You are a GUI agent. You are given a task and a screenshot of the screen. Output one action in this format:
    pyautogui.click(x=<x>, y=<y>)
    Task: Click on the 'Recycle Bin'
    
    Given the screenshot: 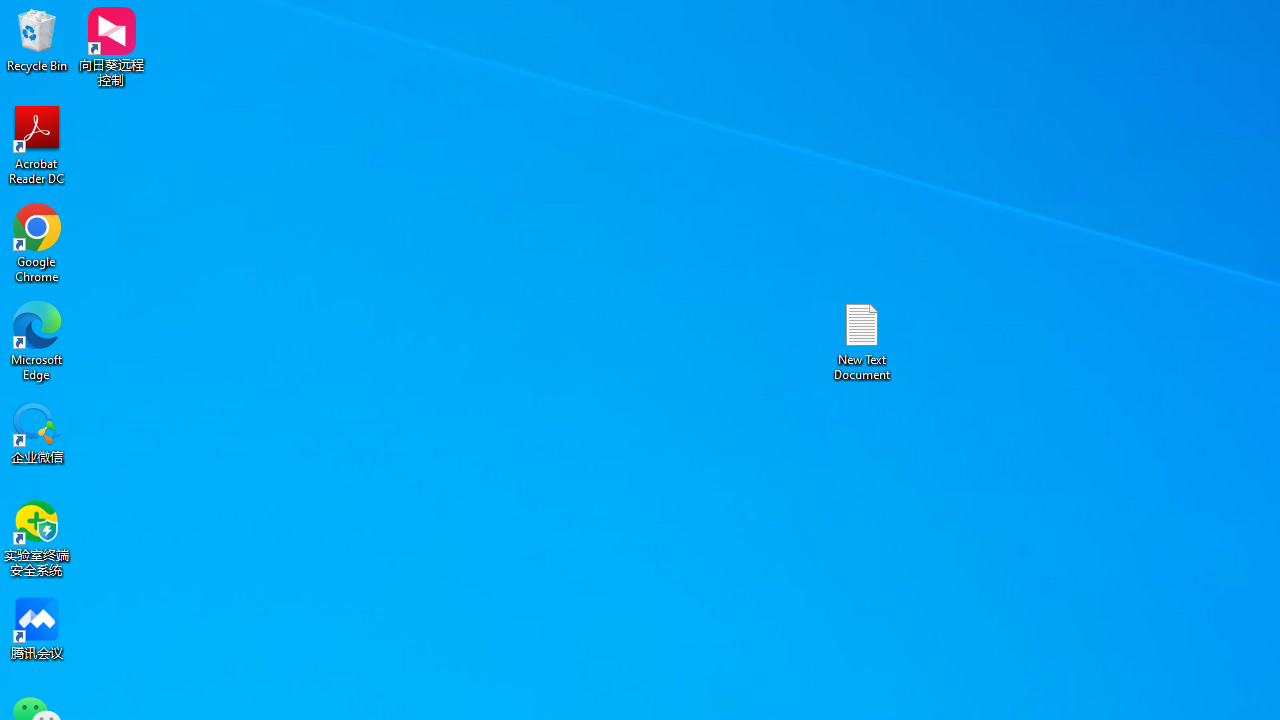 What is the action you would take?
    pyautogui.click(x=37, y=39)
    